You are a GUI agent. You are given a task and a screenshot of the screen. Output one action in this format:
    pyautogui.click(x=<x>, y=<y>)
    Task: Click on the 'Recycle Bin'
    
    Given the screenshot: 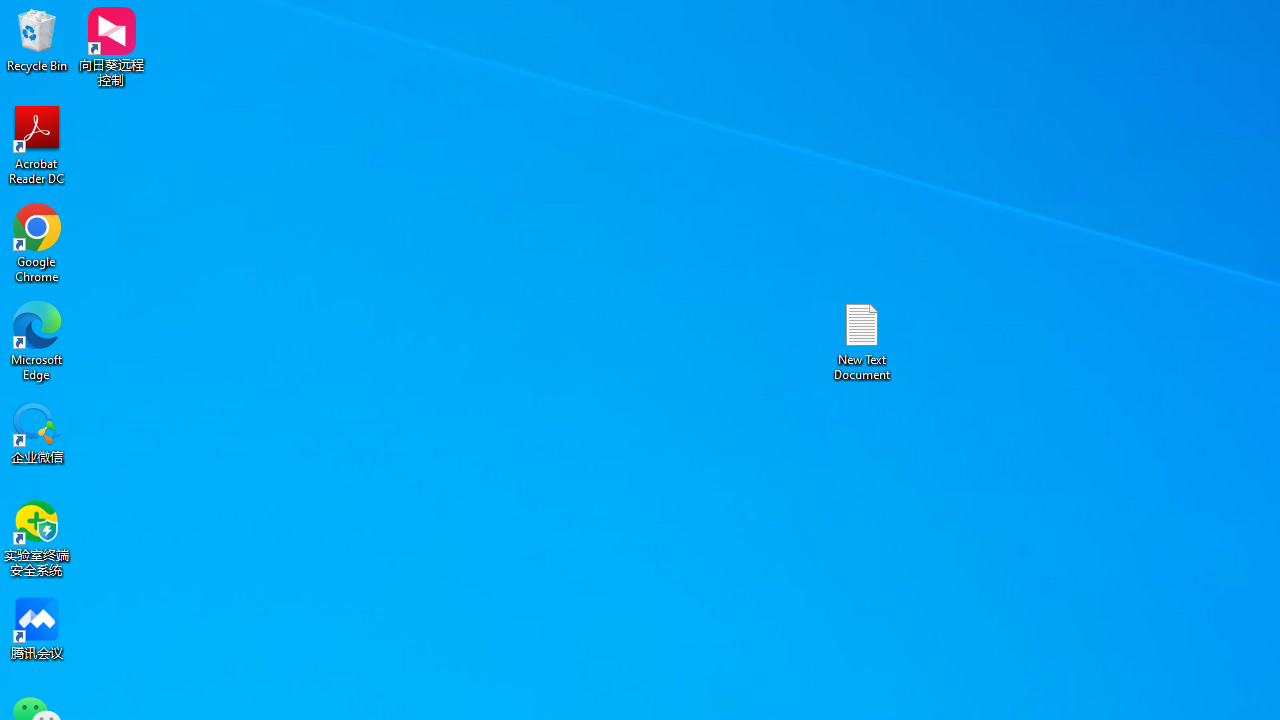 What is the action you would take?
    pyautogui.click(x=37, y=39)
    